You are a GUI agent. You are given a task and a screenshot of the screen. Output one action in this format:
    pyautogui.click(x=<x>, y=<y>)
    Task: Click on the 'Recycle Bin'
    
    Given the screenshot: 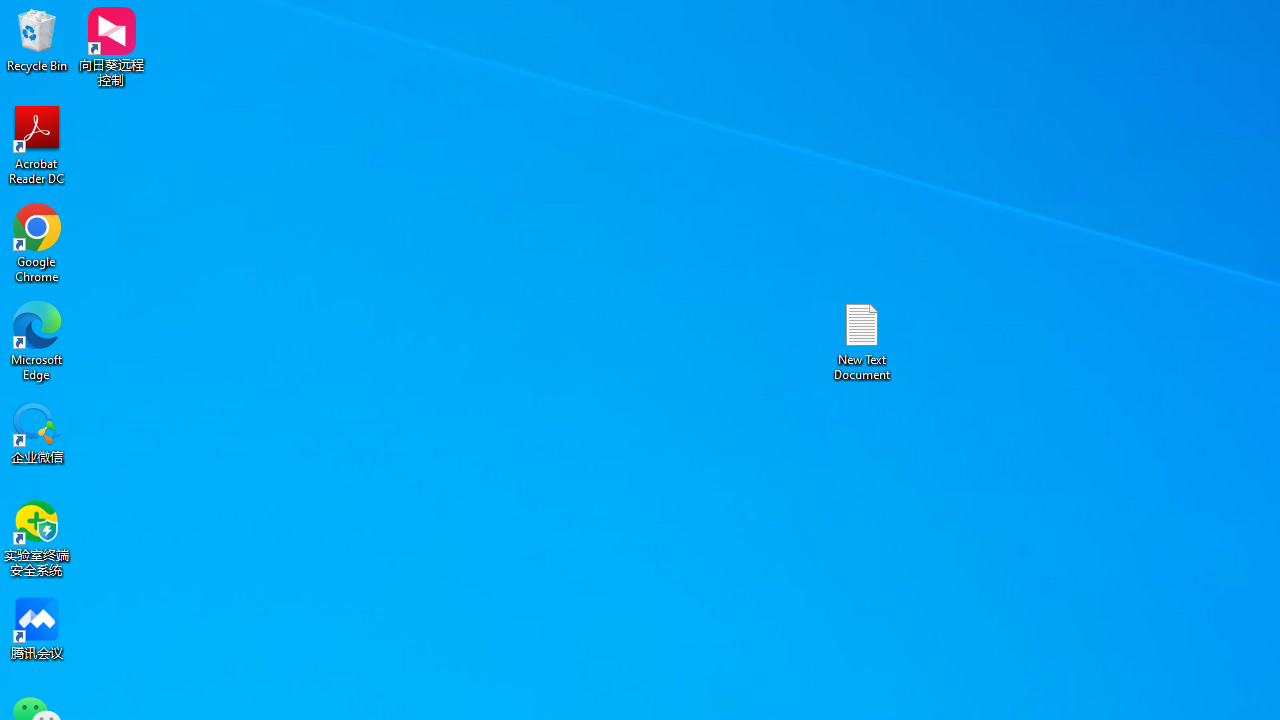 What is the action you would take?
    pyautogui.click(x=37, y=39)
    